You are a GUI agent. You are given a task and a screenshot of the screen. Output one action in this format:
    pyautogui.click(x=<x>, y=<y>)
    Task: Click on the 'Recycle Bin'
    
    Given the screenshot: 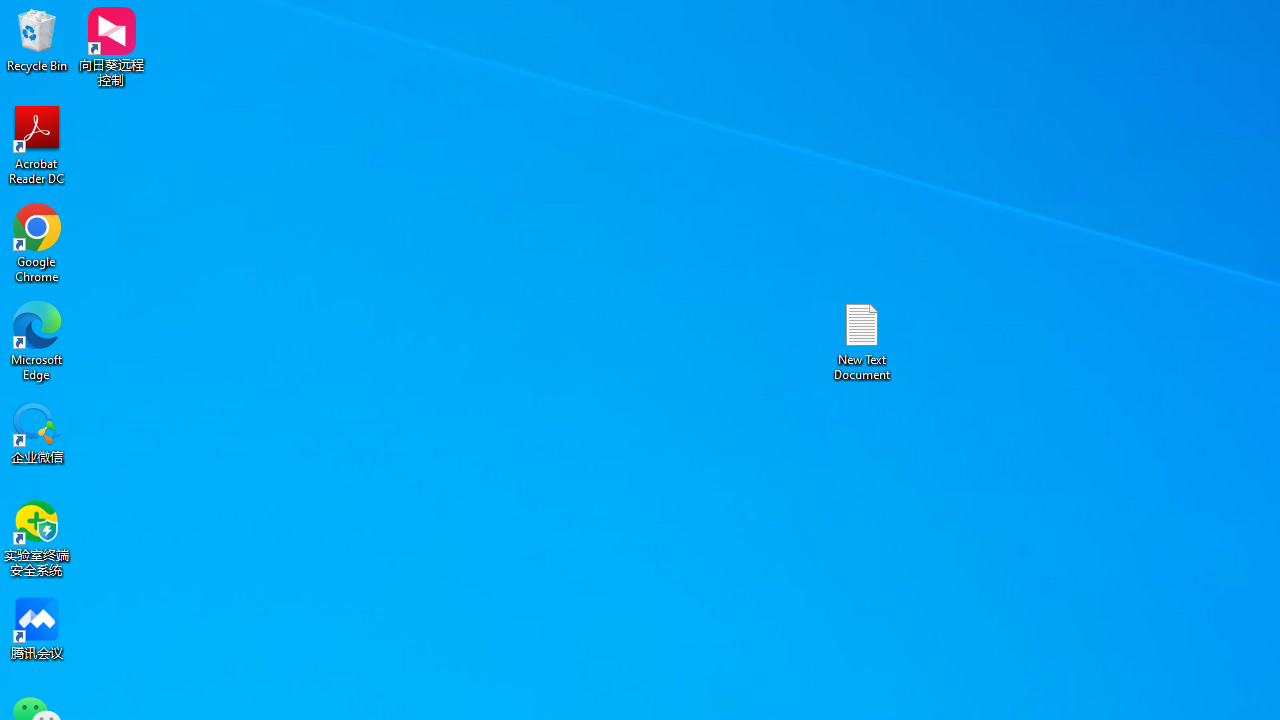 What is the action you would take?
    pyautogui.click(x=37, y=39)
    